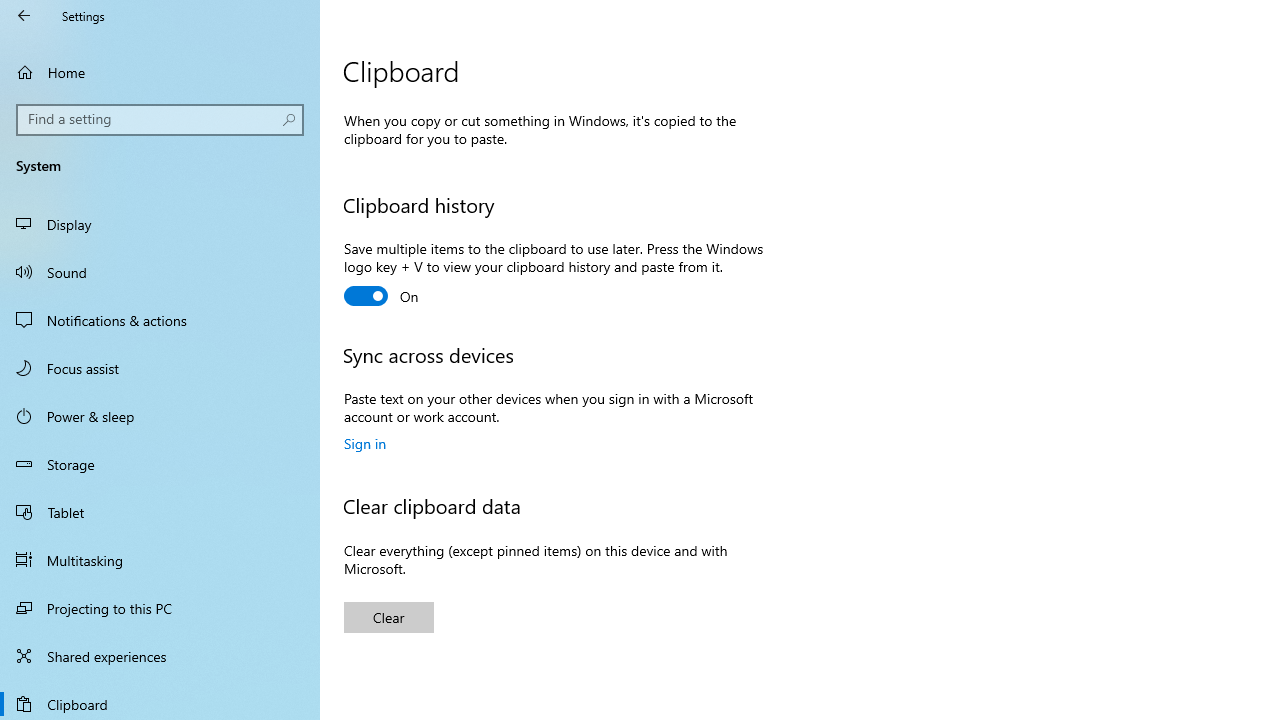 Image resolution: width=1280 pixels, height=720 pixels. I want to click on 'Back', so click(24, 15).